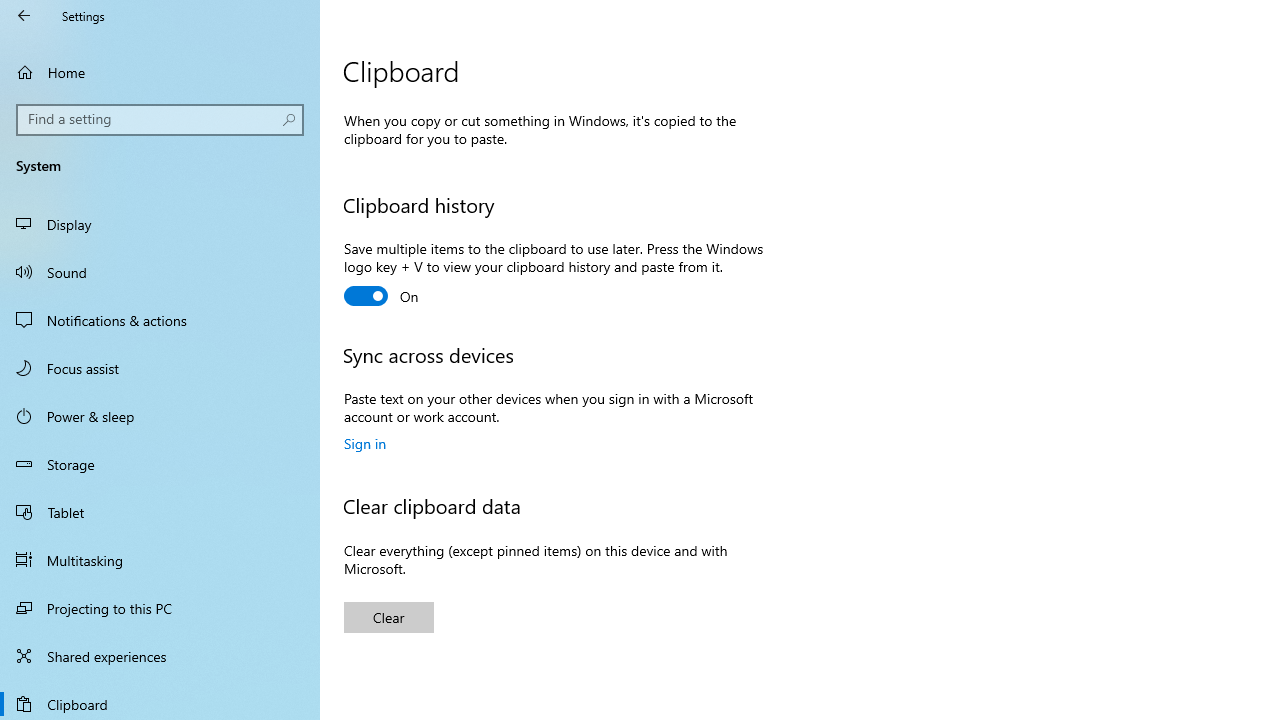 Image resolution: width=1280 pixels, height=720 pixels. I want to click on 'Back', so click(24, 15).